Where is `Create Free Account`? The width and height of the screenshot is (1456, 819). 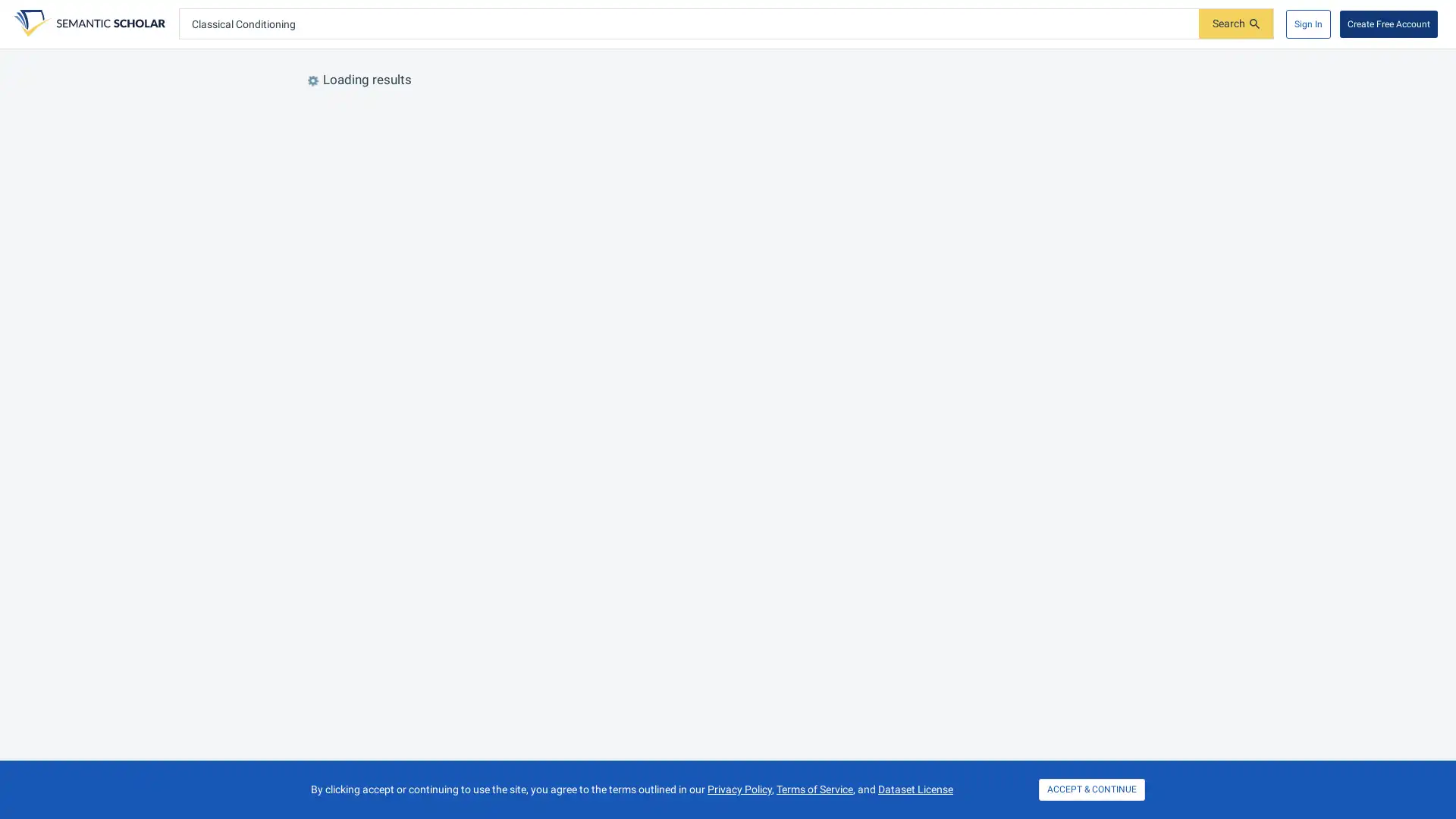
Create Free Account is located at coordinates (1389, 24).